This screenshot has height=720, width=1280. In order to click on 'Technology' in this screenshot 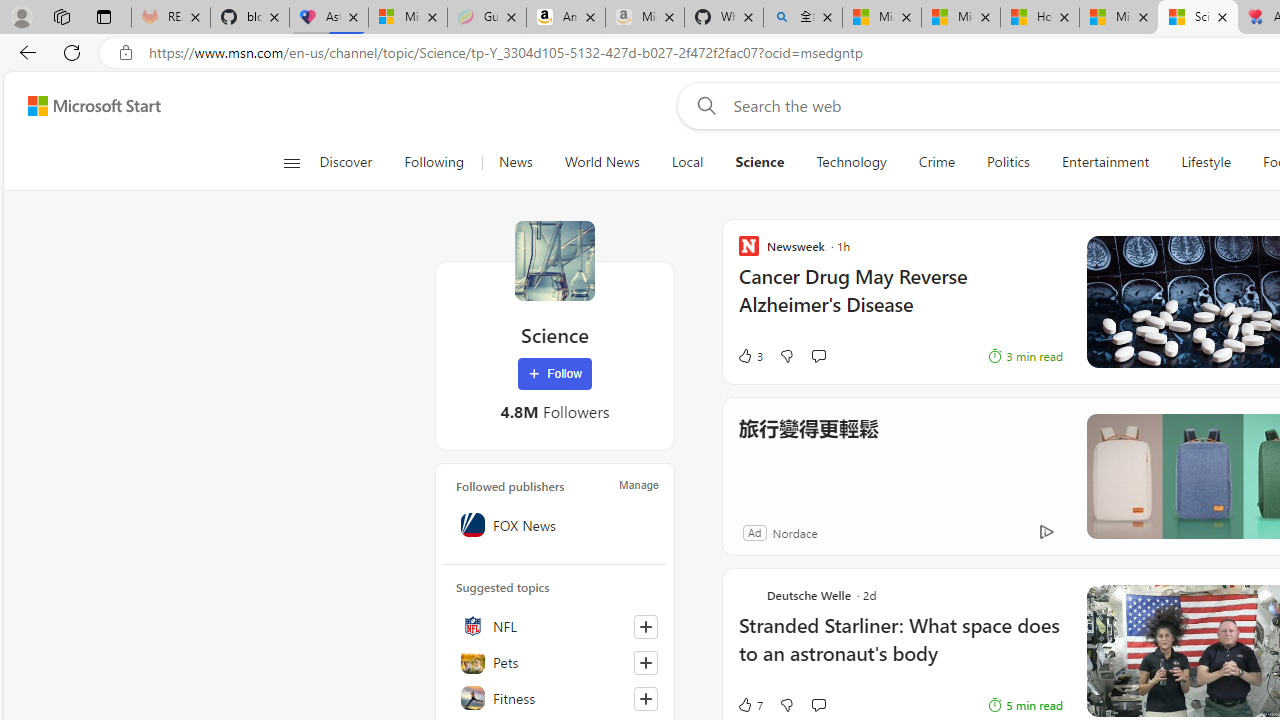, I will do `click(851, 162)`.